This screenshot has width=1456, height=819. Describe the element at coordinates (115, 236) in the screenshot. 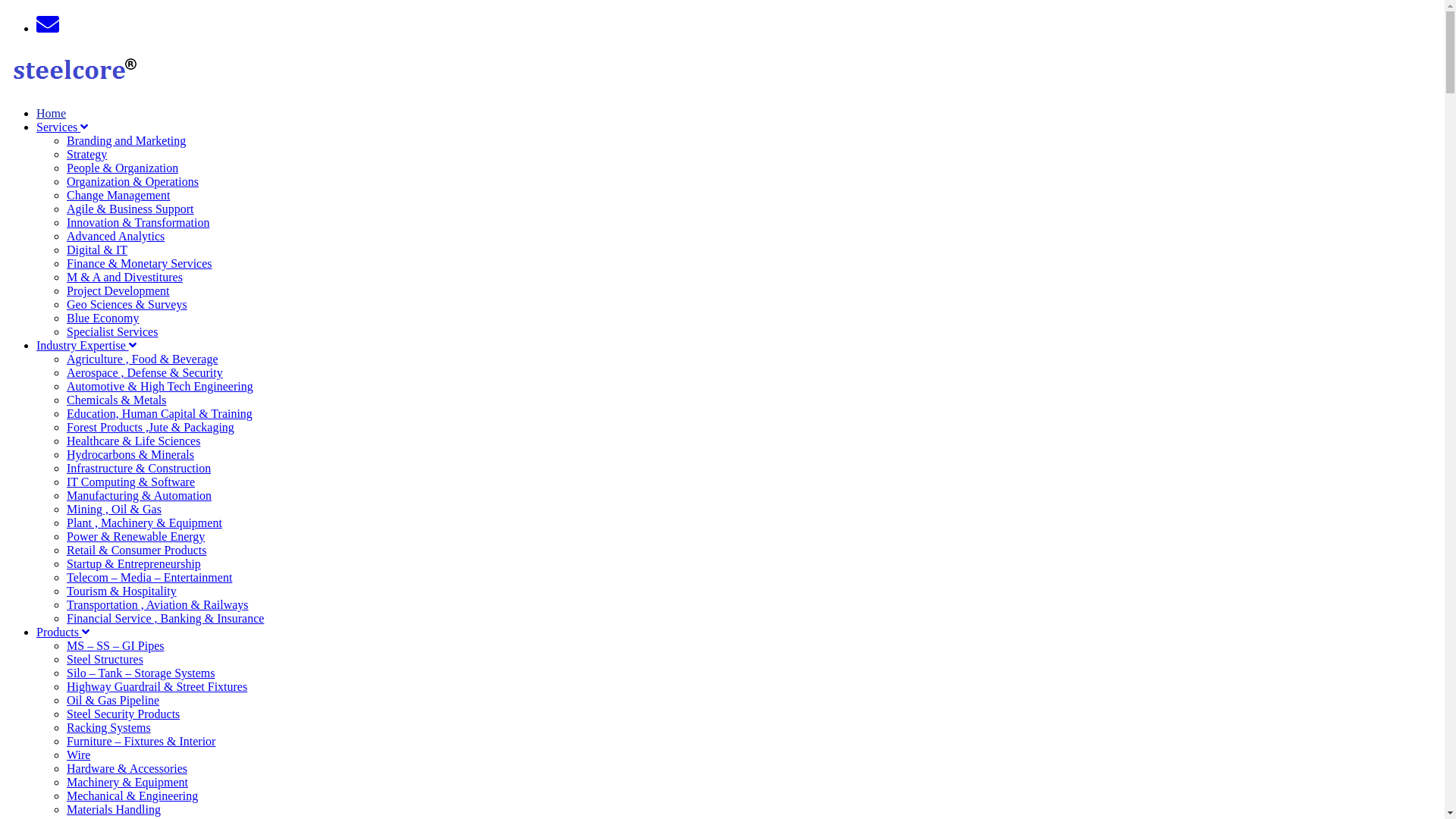

I see `'Advanced Analytics'` at that location.